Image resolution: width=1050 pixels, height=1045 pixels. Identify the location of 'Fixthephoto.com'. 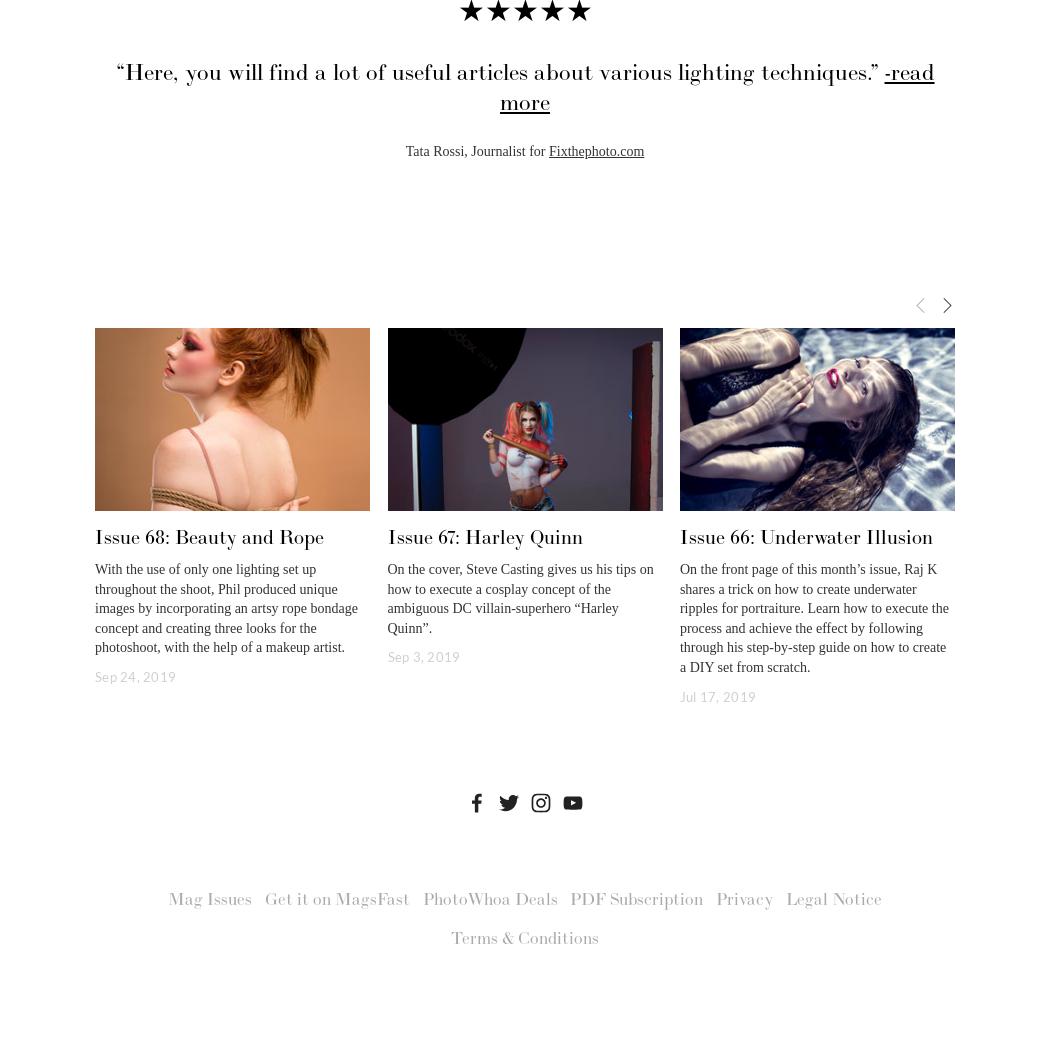
(549, 150).